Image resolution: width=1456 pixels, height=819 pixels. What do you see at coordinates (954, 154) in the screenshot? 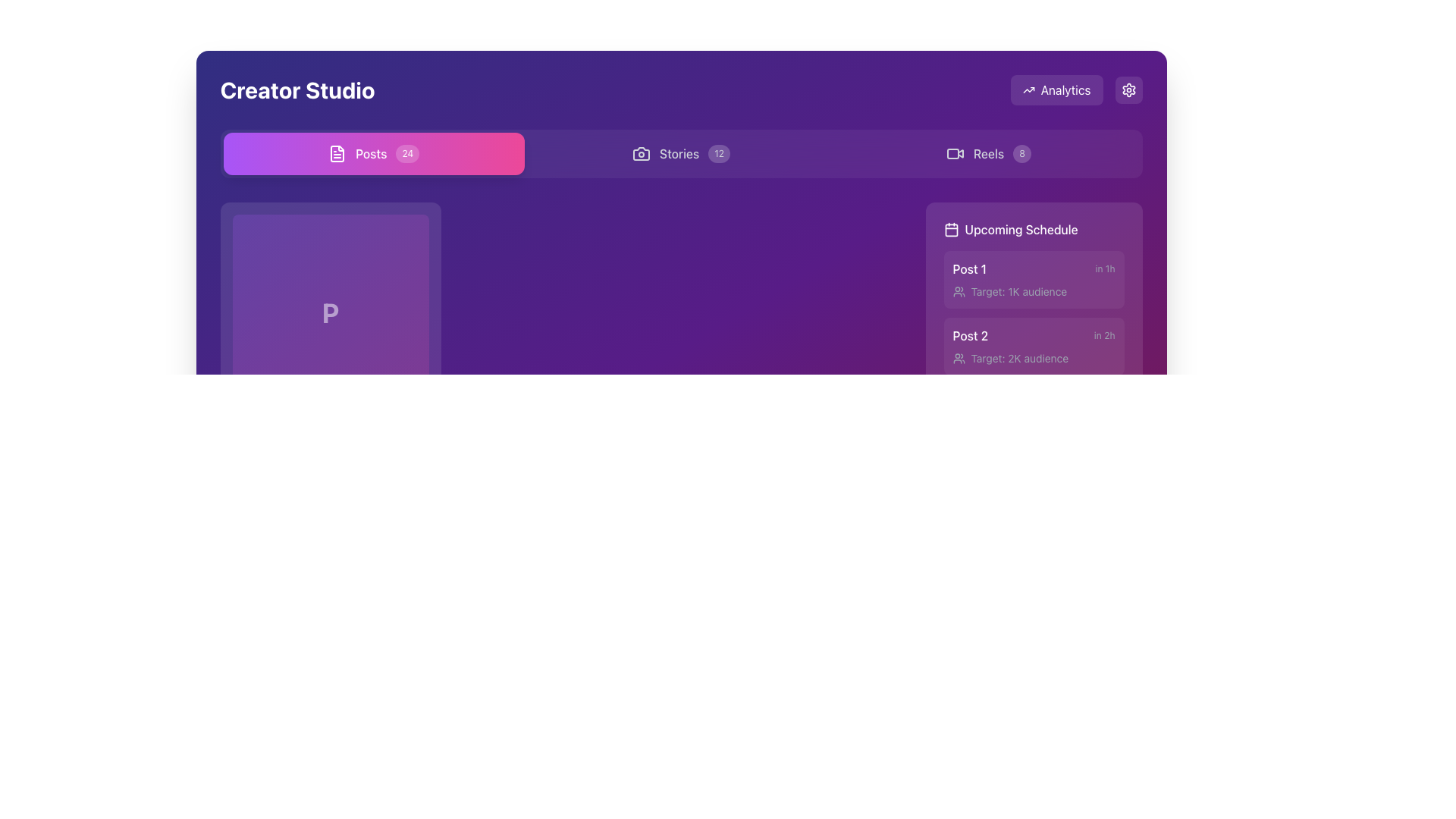
I see `the video icon, which is rectangular with a camera lens cutout, located to the left of the 'Reels' text and above the numeral '8'` at bounding box center [954, 154].